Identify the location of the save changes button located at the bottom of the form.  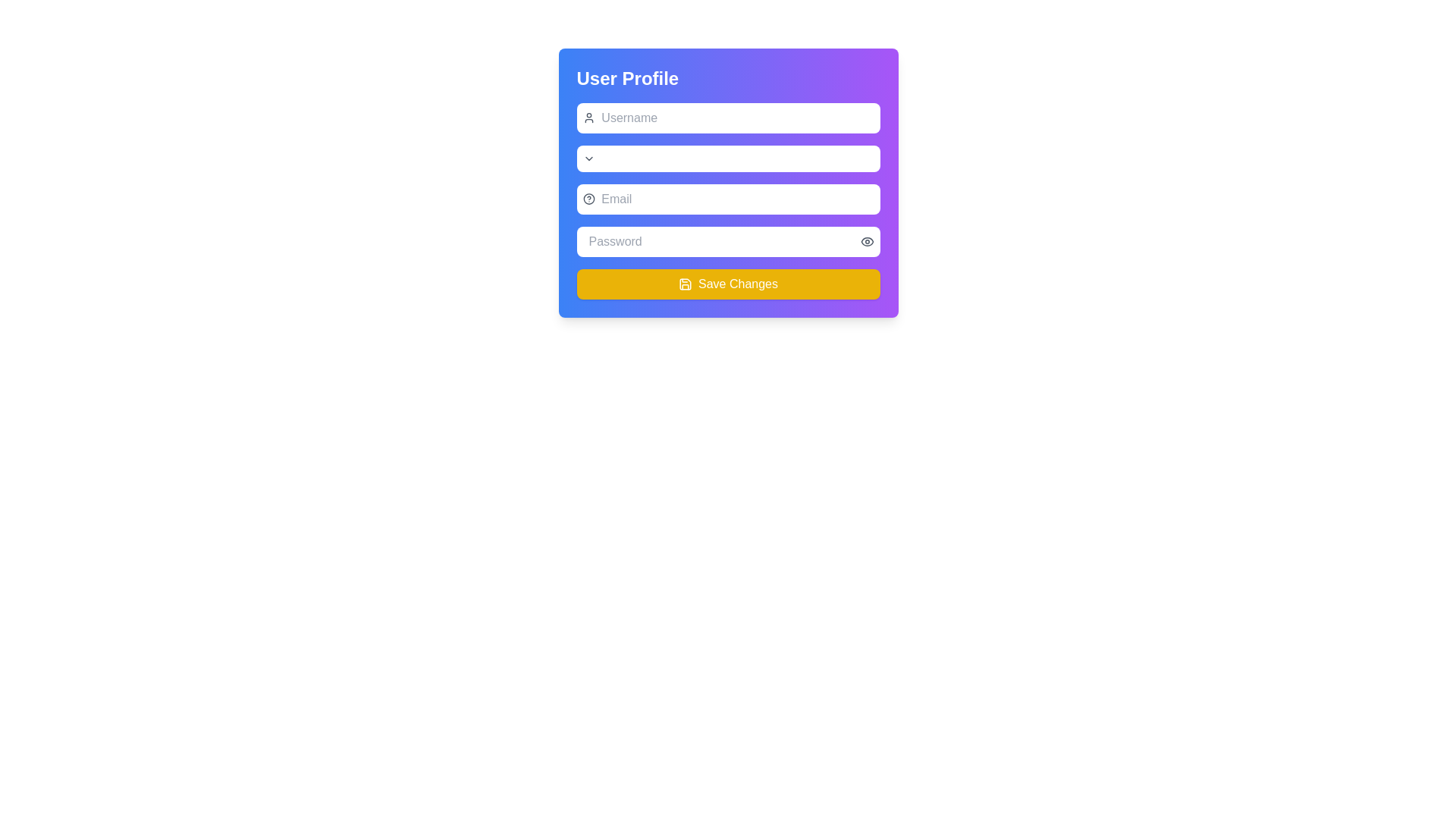
(728, 284).